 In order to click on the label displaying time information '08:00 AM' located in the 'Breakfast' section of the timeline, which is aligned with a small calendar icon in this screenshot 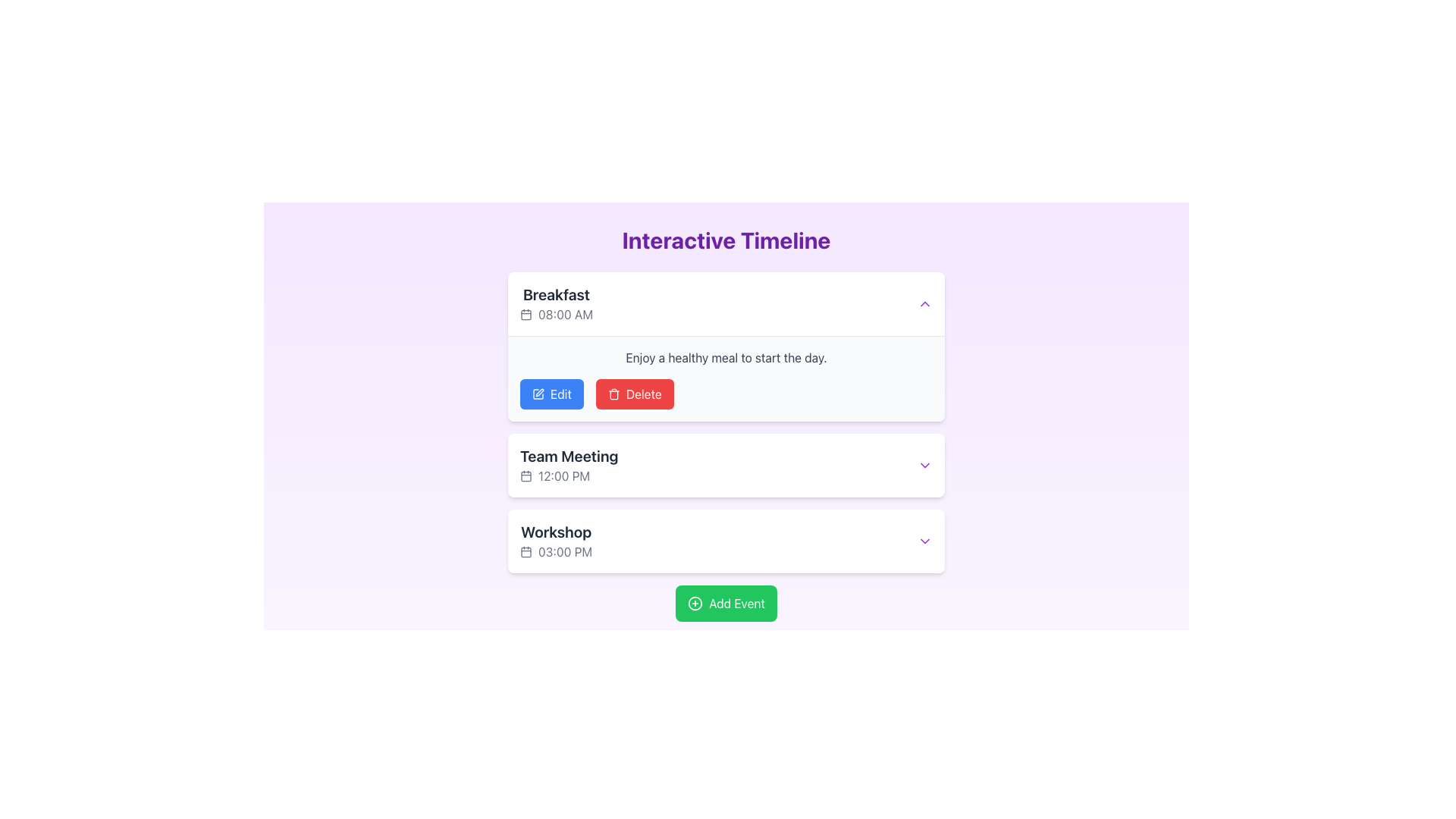, I will do `click(556, 314)`.